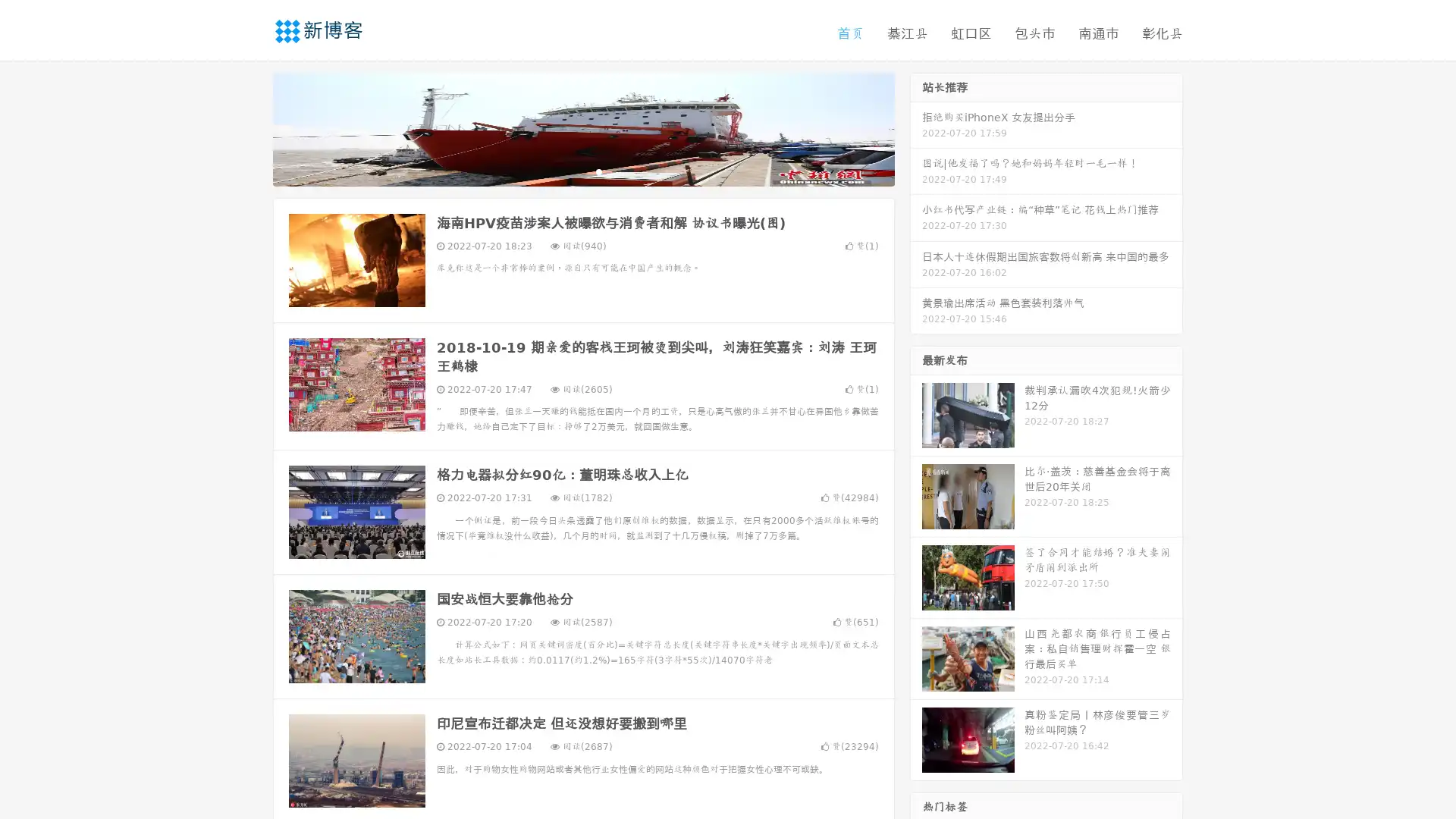 The width and height of the screenshot is (1456, 819). What do you see at coordinates (250, 127) in the screenshot?
I see `Previous slide` at bounding box center [250, 127].